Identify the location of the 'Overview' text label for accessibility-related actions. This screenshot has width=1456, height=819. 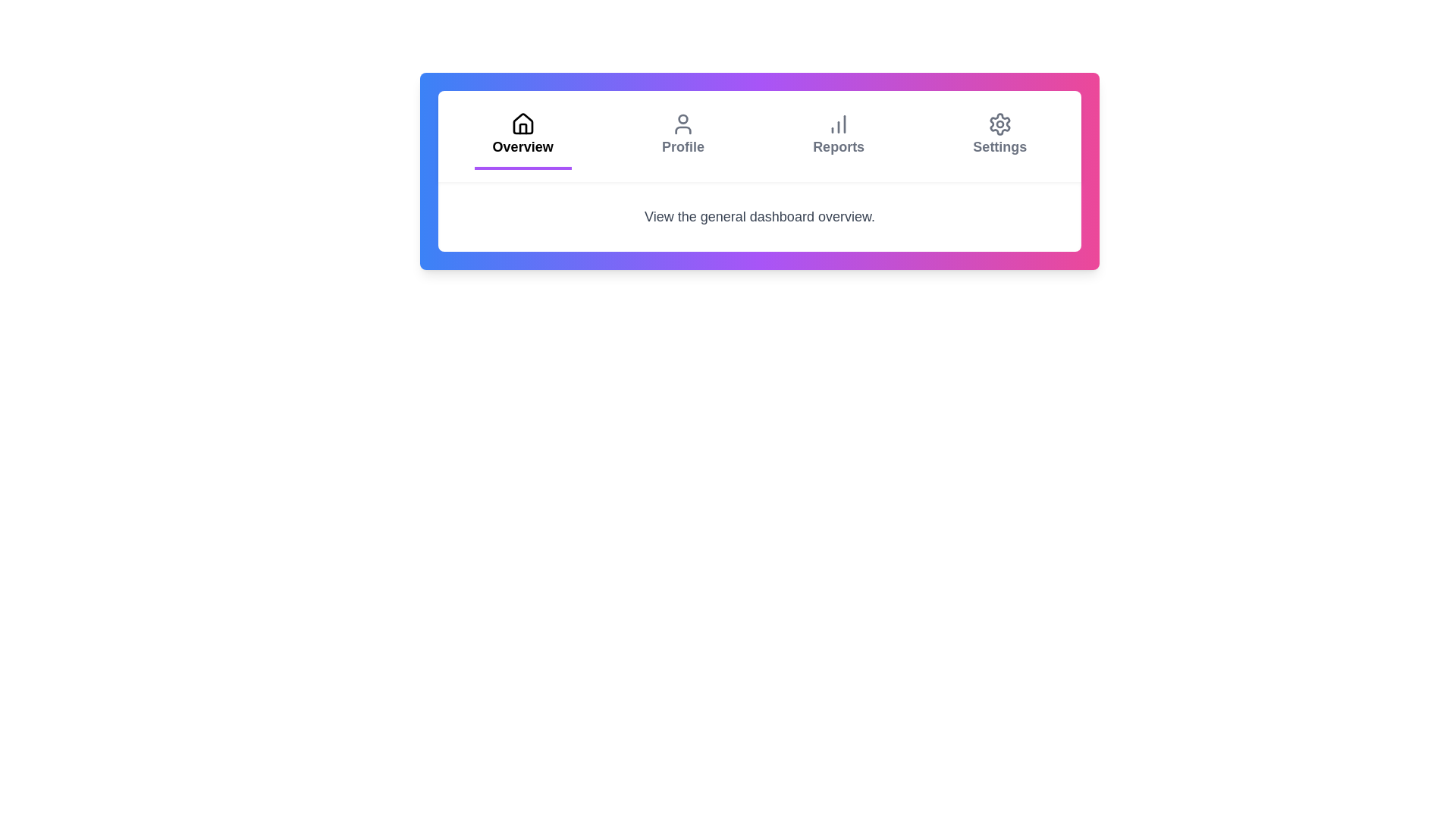
(522, 146).